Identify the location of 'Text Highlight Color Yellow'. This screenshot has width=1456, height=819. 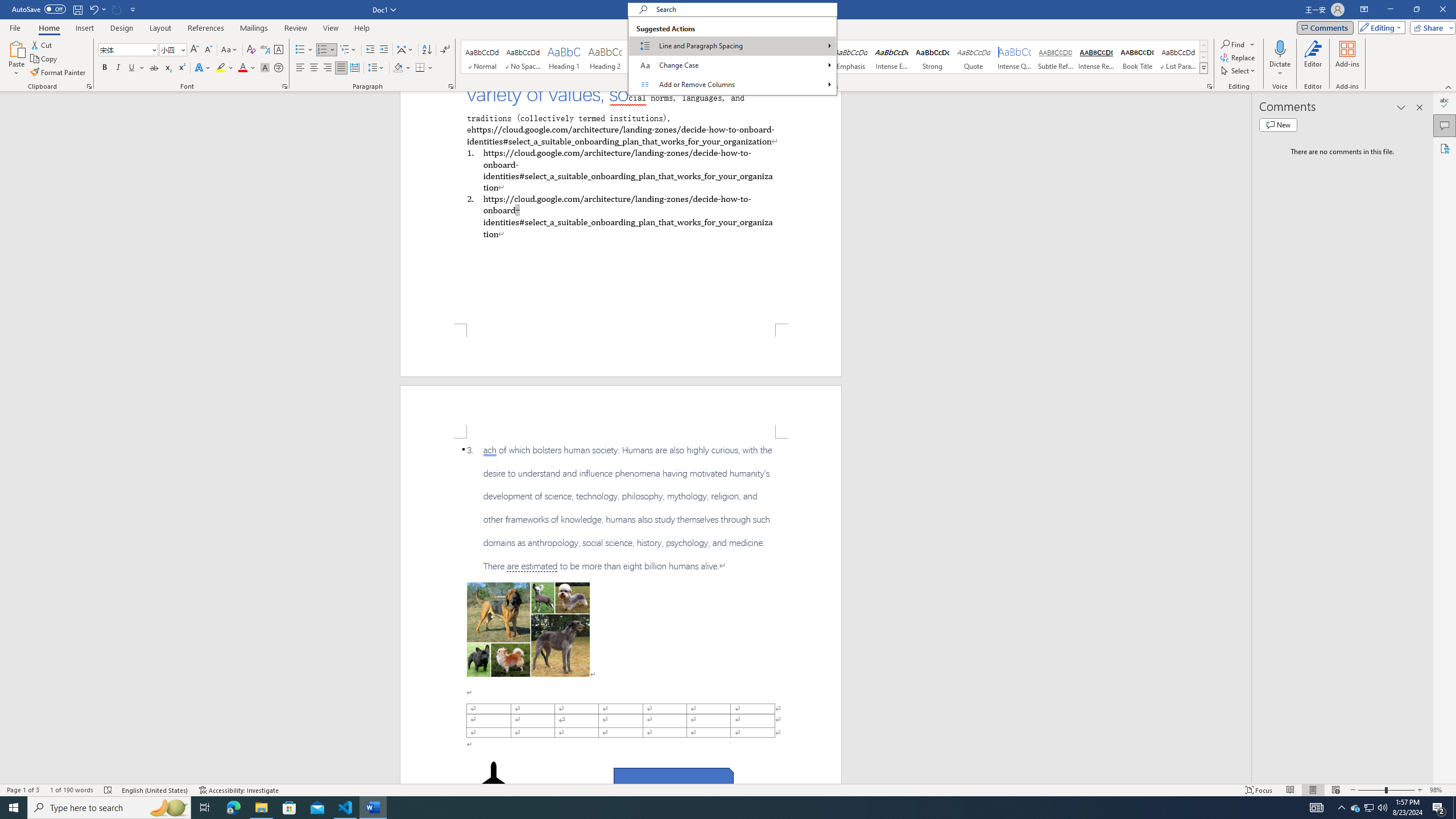
(220, 67).